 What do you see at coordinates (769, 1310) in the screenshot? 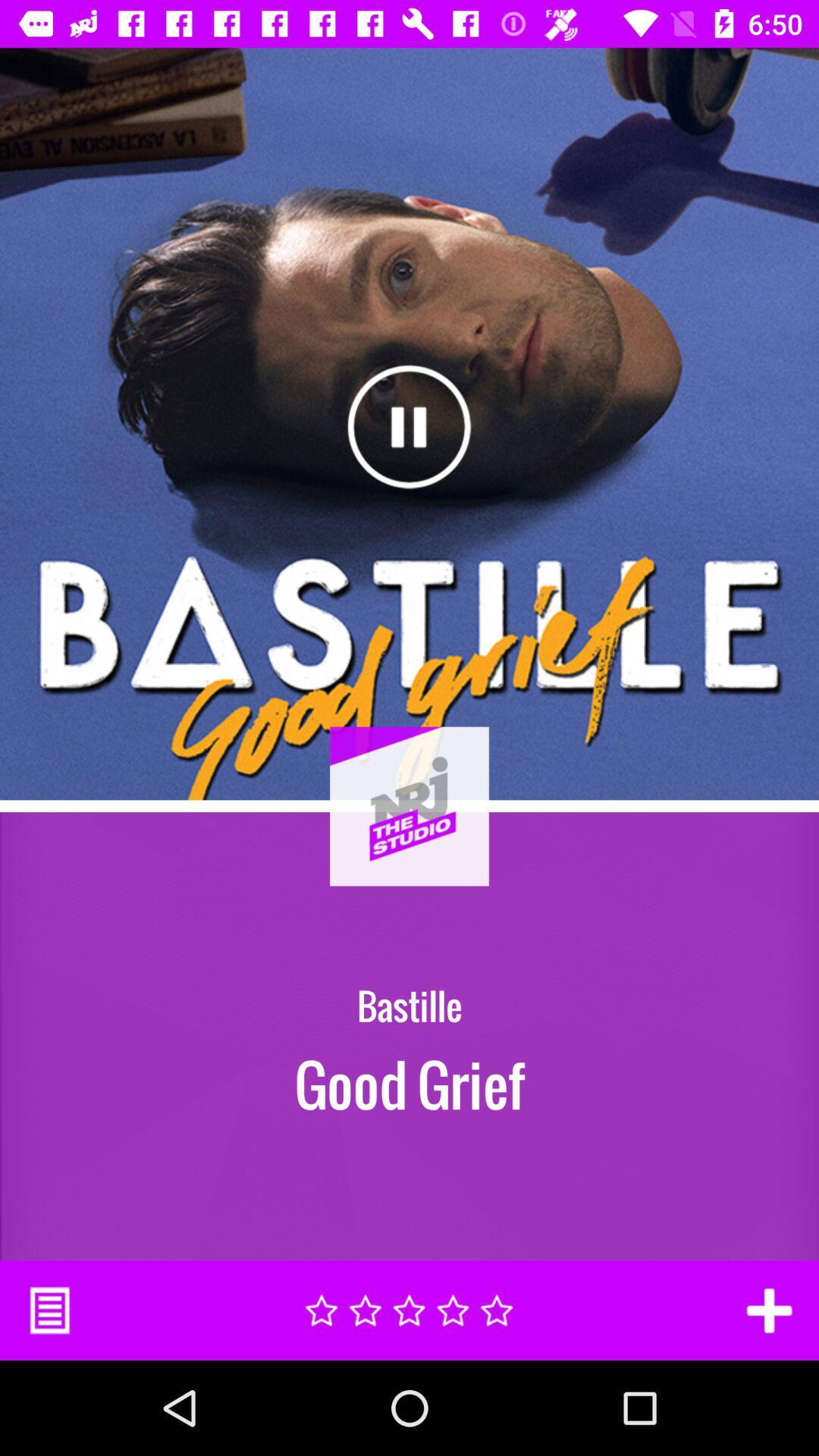
I see `the add icon` at bounding box center [769, 1310].